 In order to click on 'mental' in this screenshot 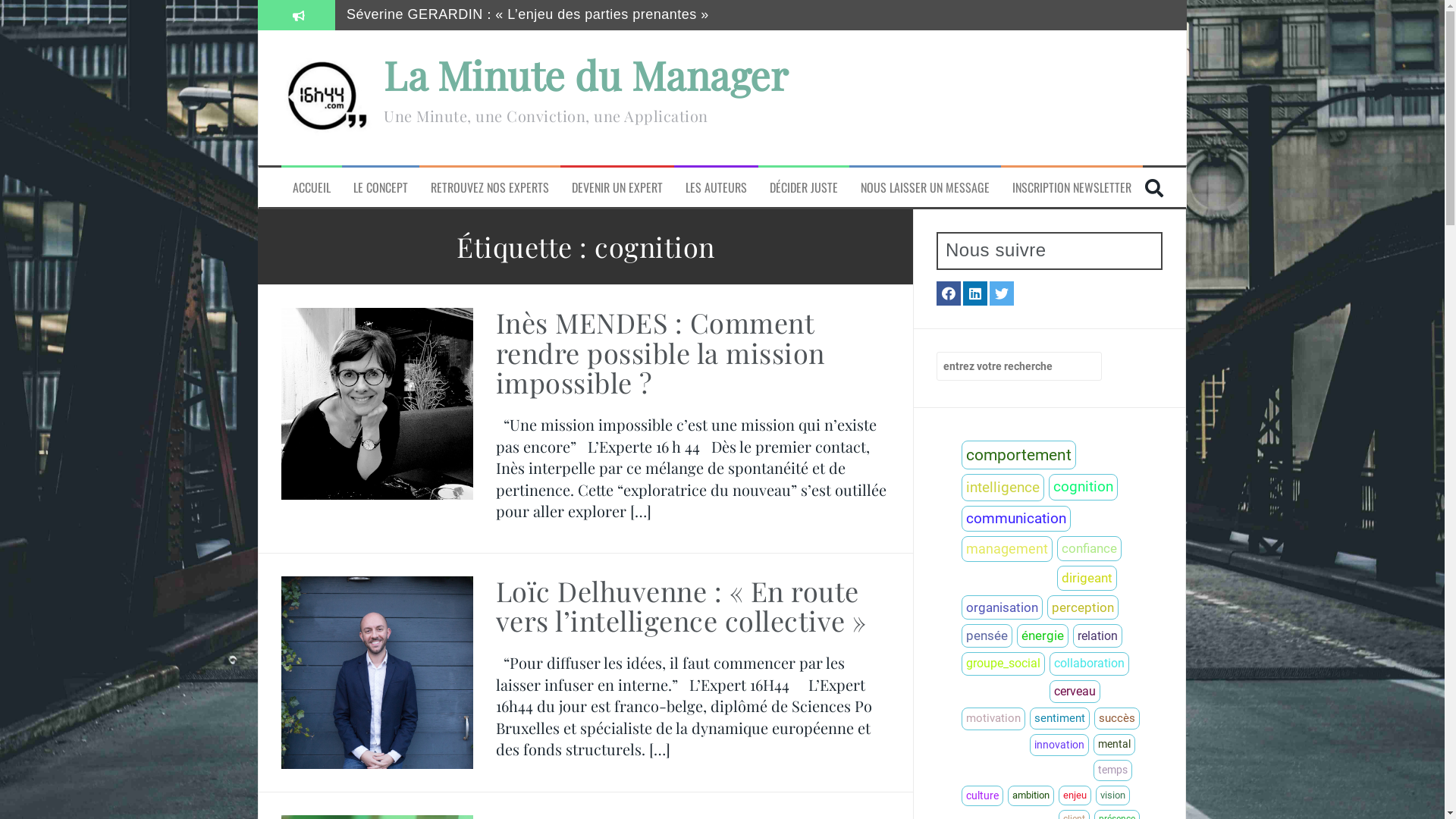, I will do `click(1114, 744)`.